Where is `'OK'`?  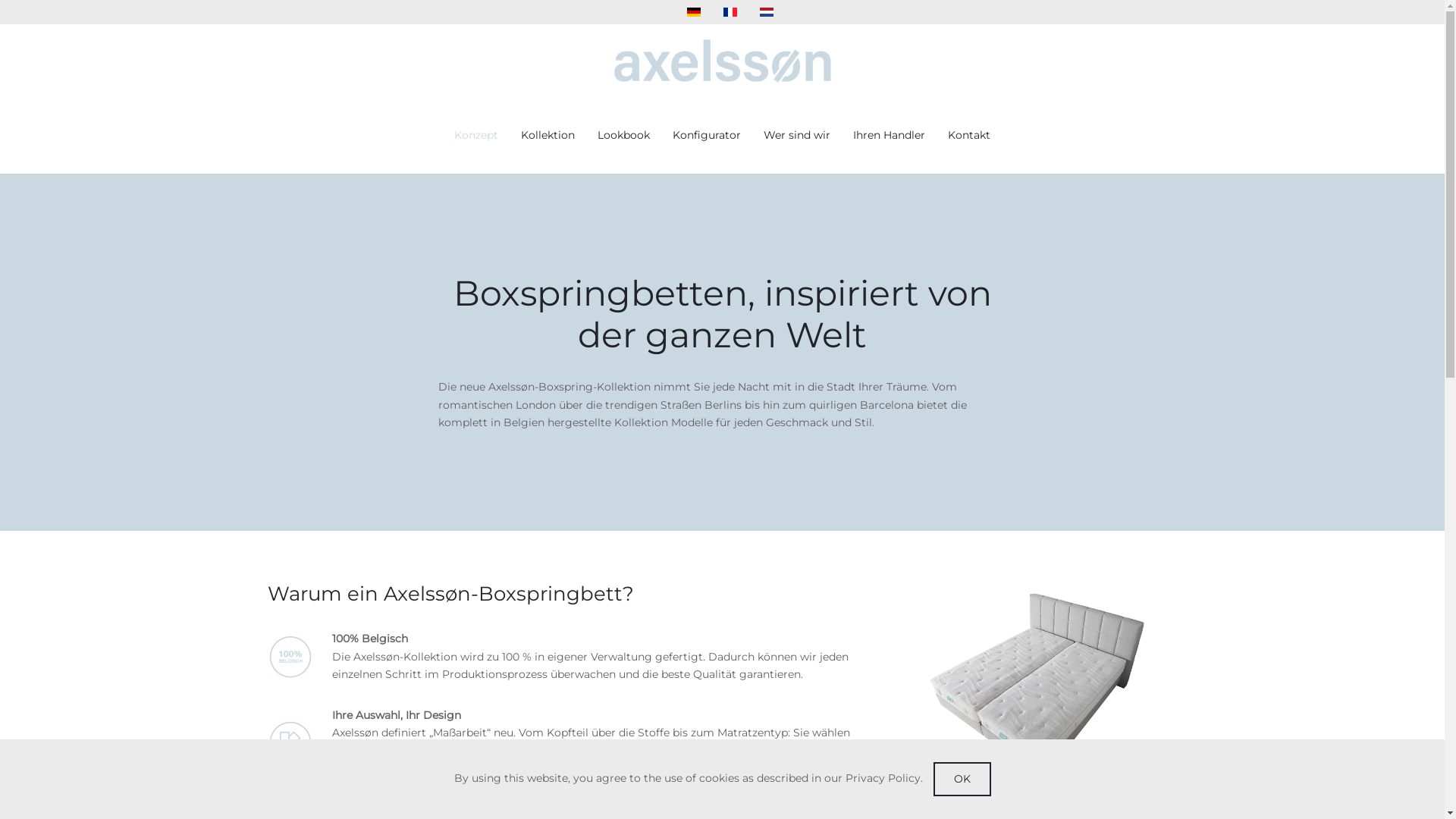
'OK' is located at coordinates (960, 779).